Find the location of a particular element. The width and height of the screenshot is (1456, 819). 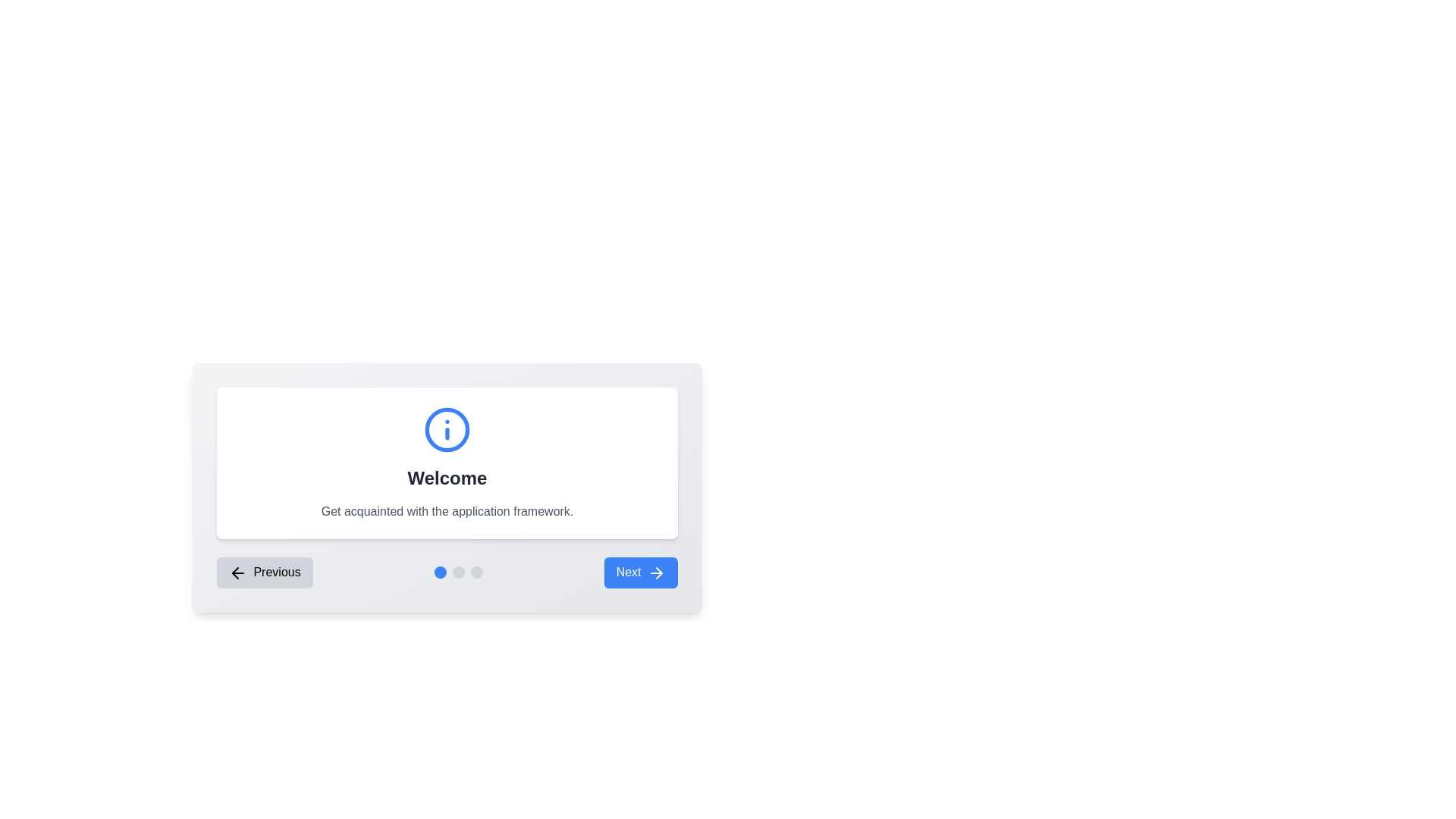

the 'Previous' button is located at coordinates (265, 573).